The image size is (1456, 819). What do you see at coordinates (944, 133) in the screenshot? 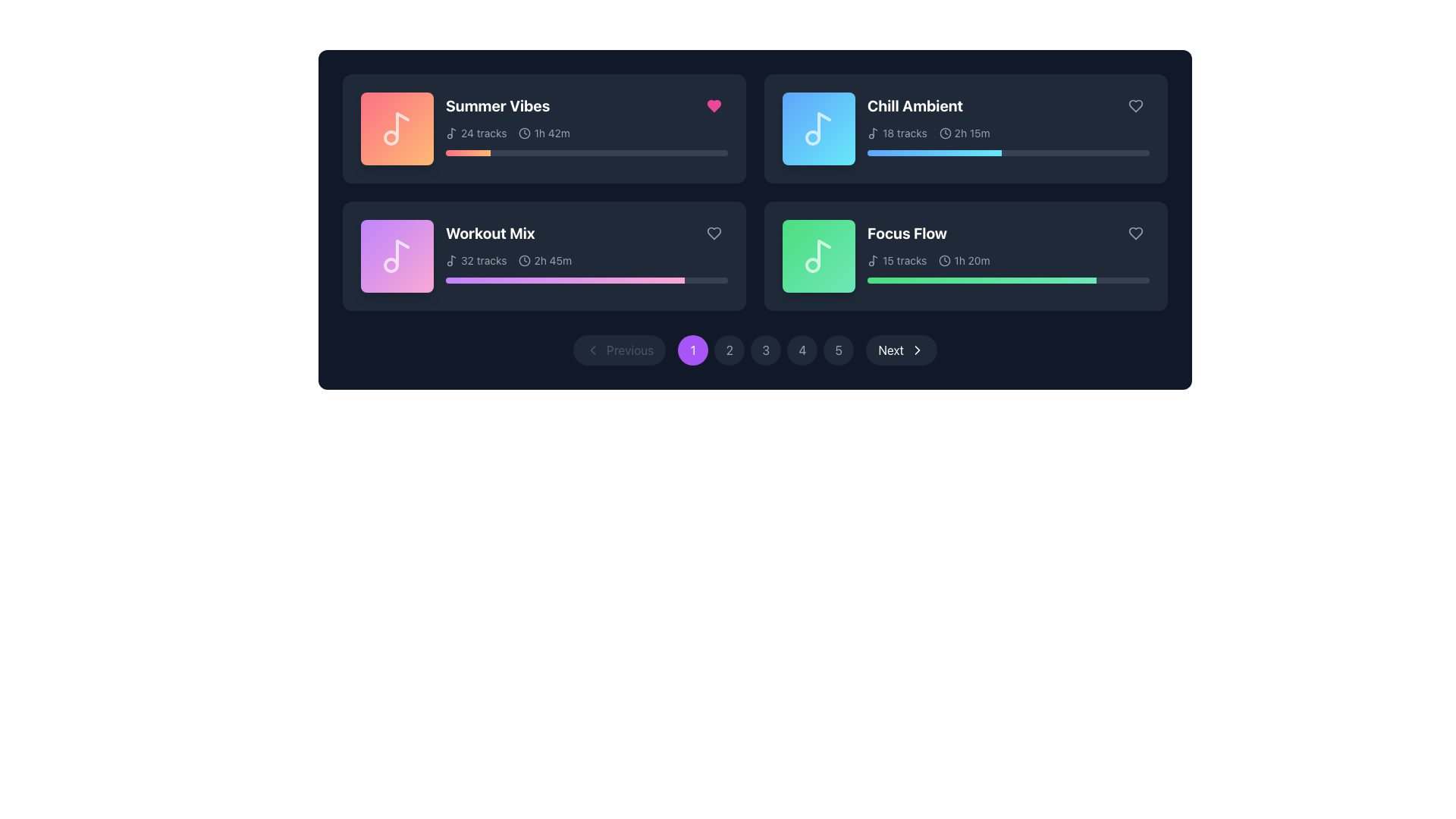
I see `the time icon located in the 'Chill Ambient' card, which visually represents the duration '2h 15m' and is positioned to the left of the text` at bounding box center [944, 133].